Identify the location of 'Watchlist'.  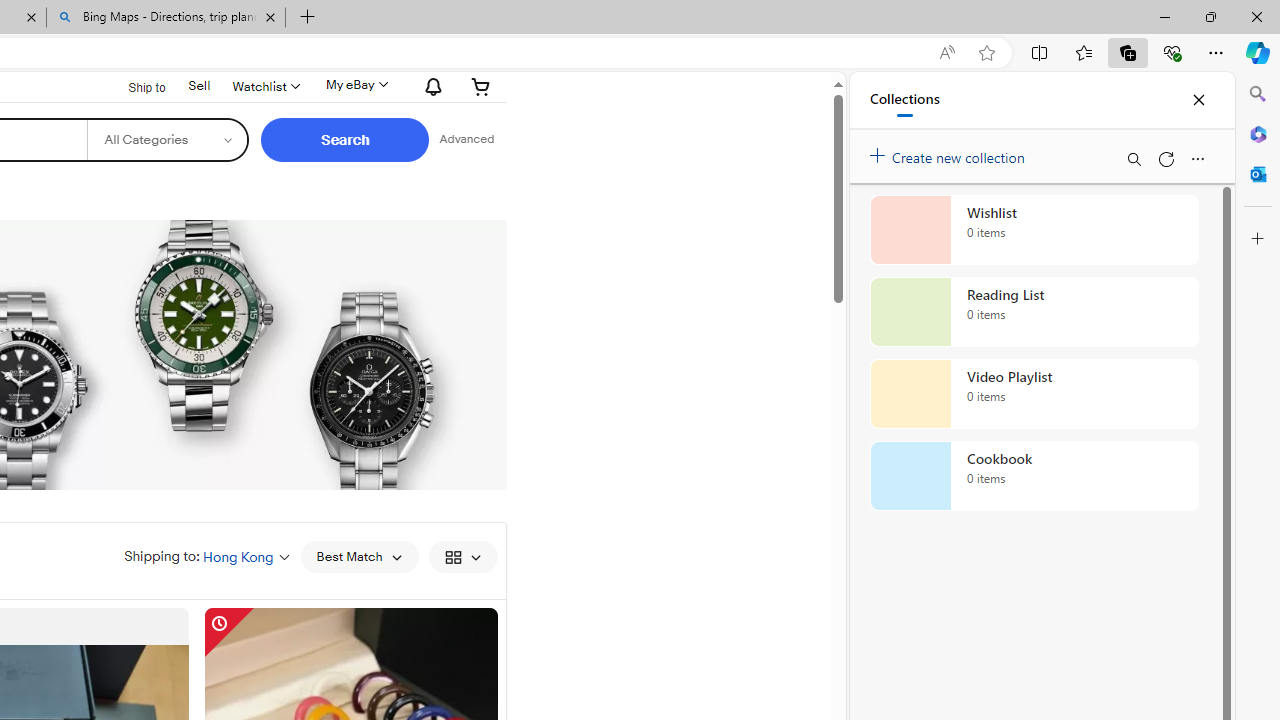
(263, 85).